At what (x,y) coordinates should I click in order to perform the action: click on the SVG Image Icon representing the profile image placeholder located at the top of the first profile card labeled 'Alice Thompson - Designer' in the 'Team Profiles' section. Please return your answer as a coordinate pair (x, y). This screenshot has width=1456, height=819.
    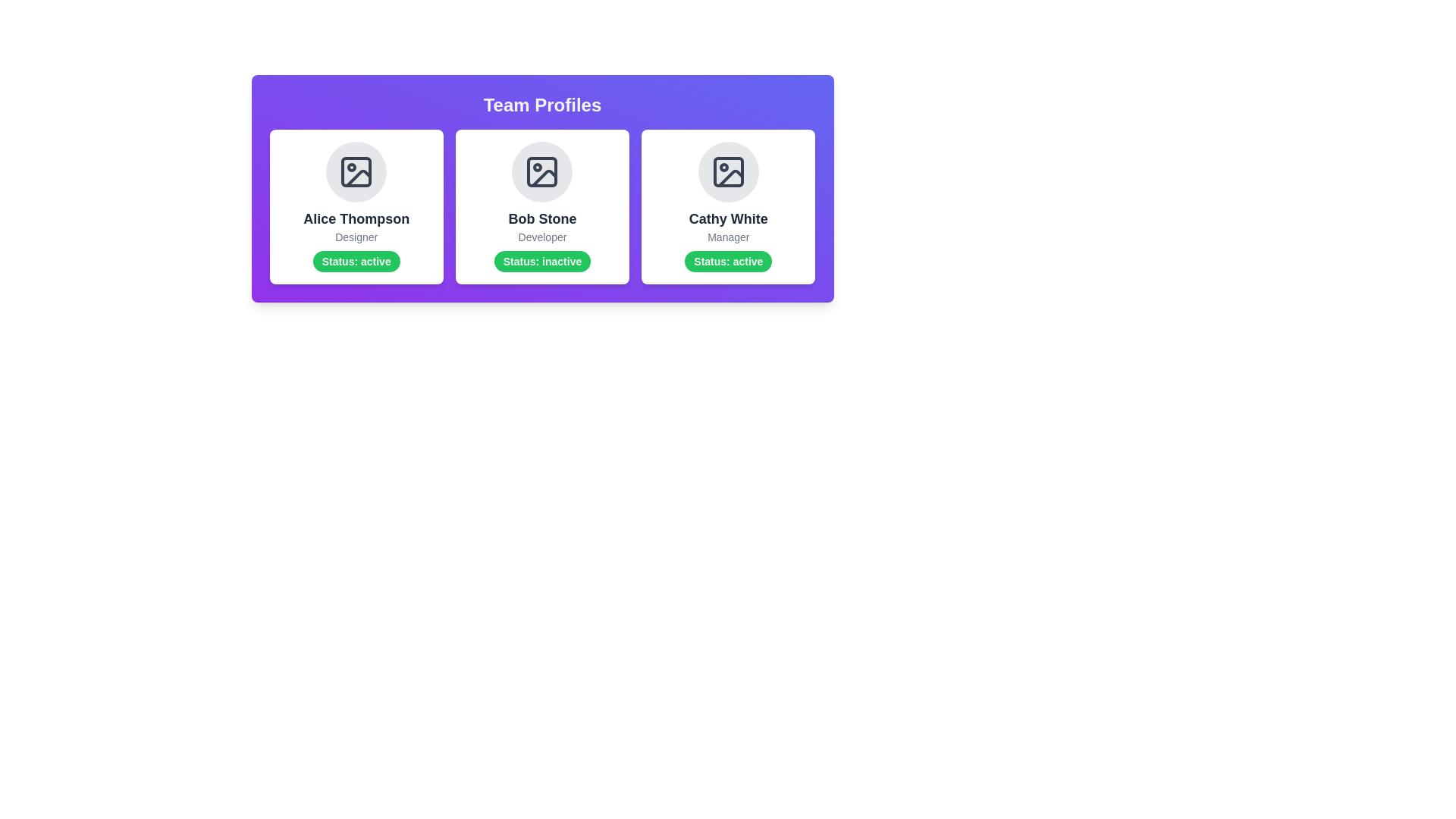
    Looking at the image, I should click on (356, 171).